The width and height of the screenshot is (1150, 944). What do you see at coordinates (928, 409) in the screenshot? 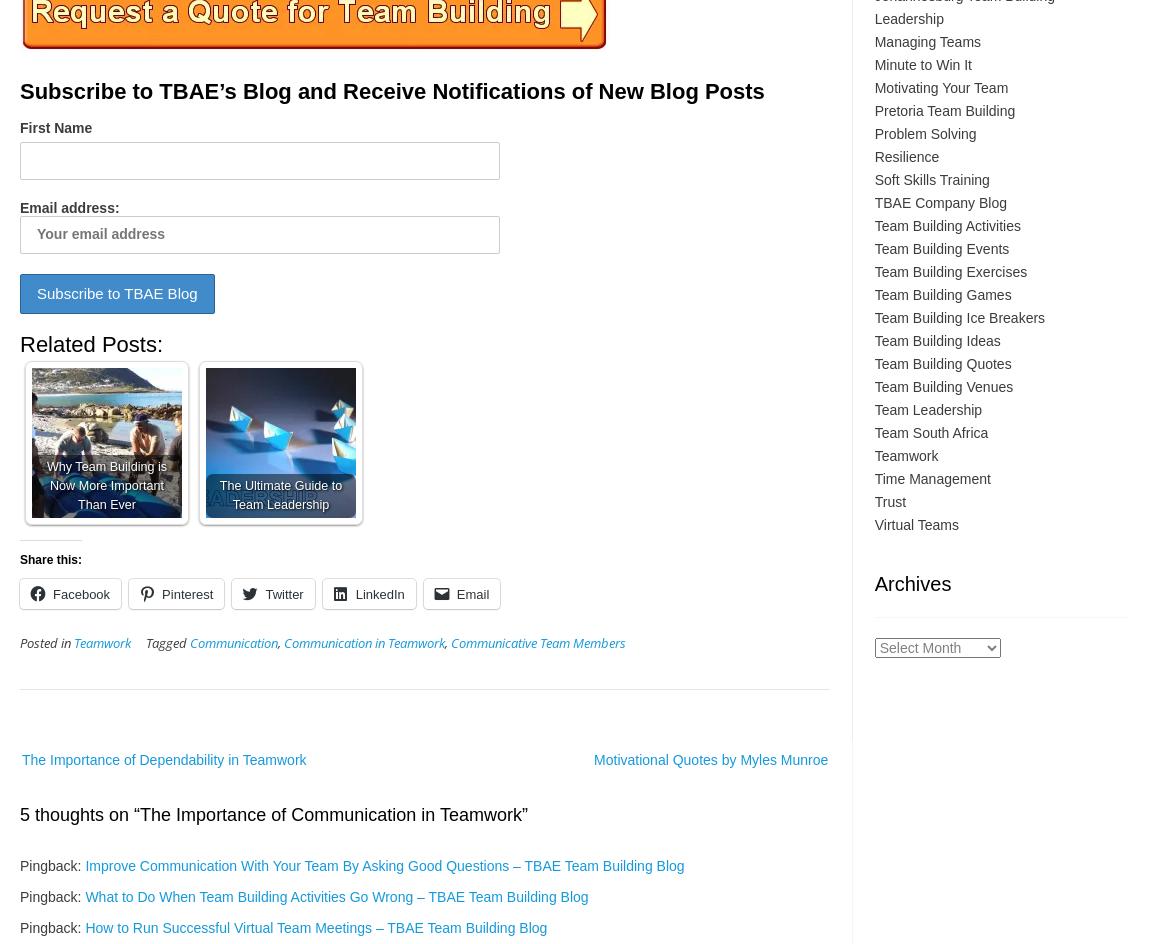
I see `'Team Leadership'` at bounding box center [928, 409].